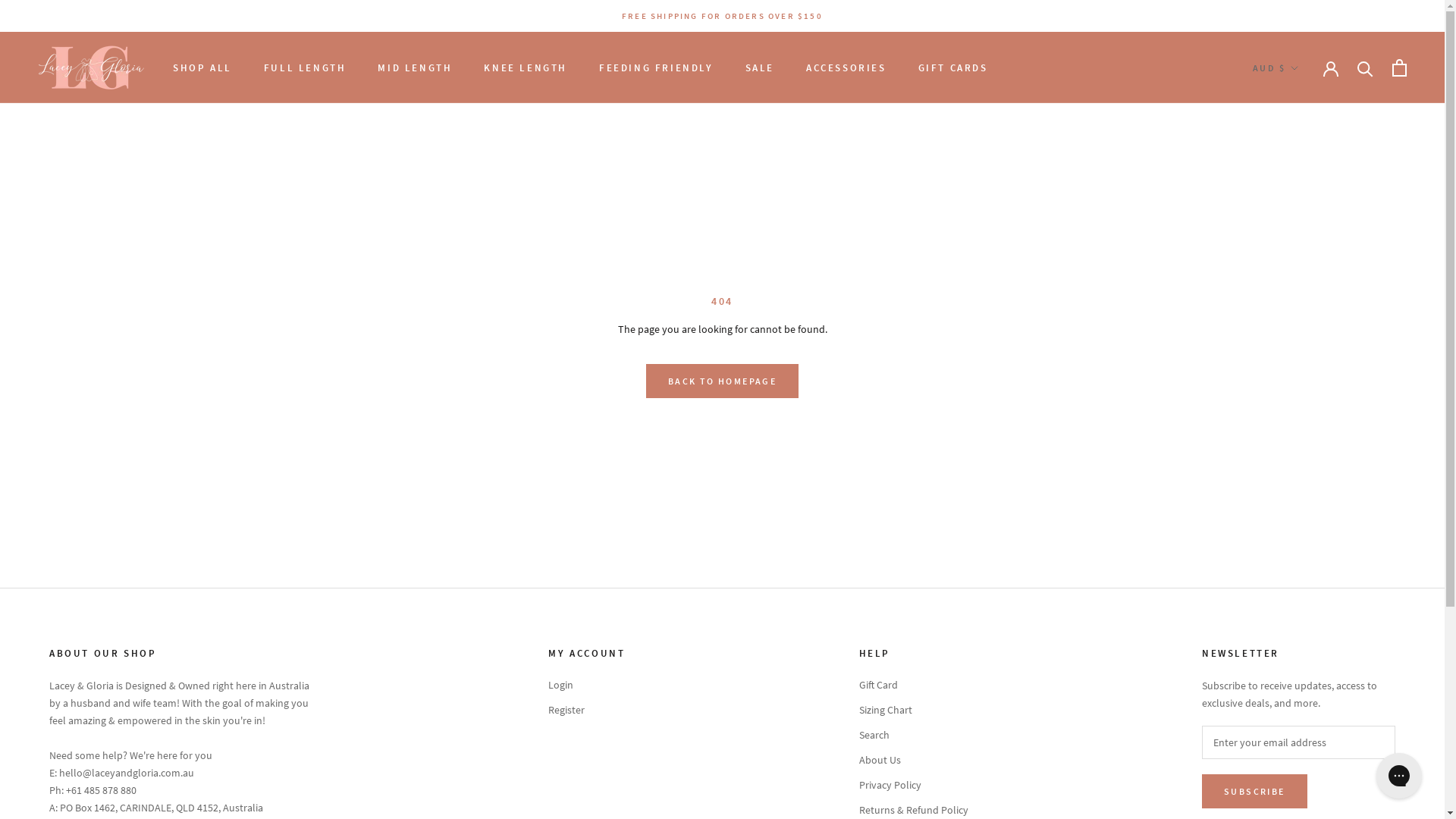 Image resolution: width=1456 pixels, height=819 pixels. What do you see at coordinates (585, 685) in the screenshot?
I see `'Login'` at bounding box center [585, 685].